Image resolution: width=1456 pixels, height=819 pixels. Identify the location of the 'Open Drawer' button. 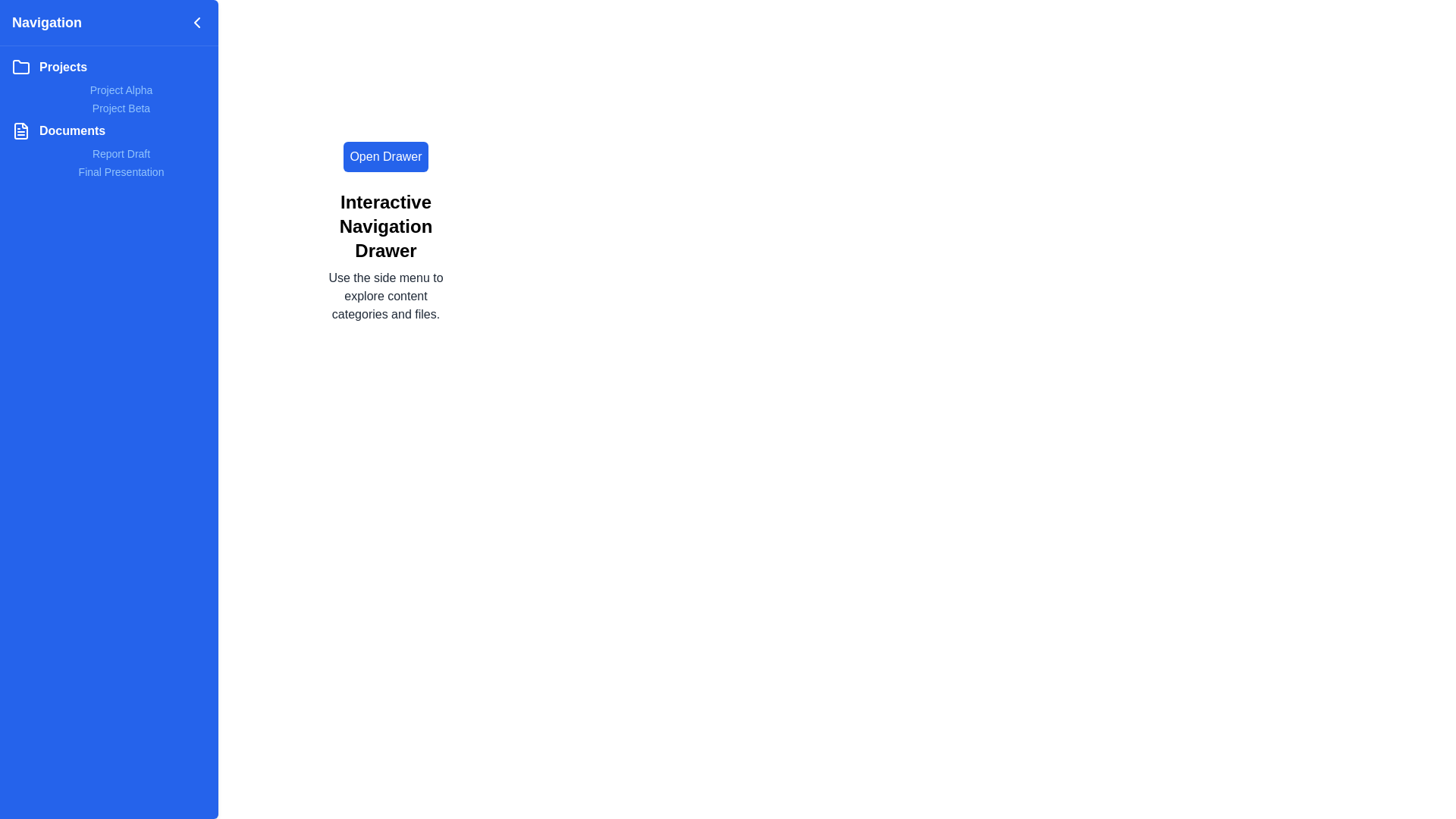
(385, 157).